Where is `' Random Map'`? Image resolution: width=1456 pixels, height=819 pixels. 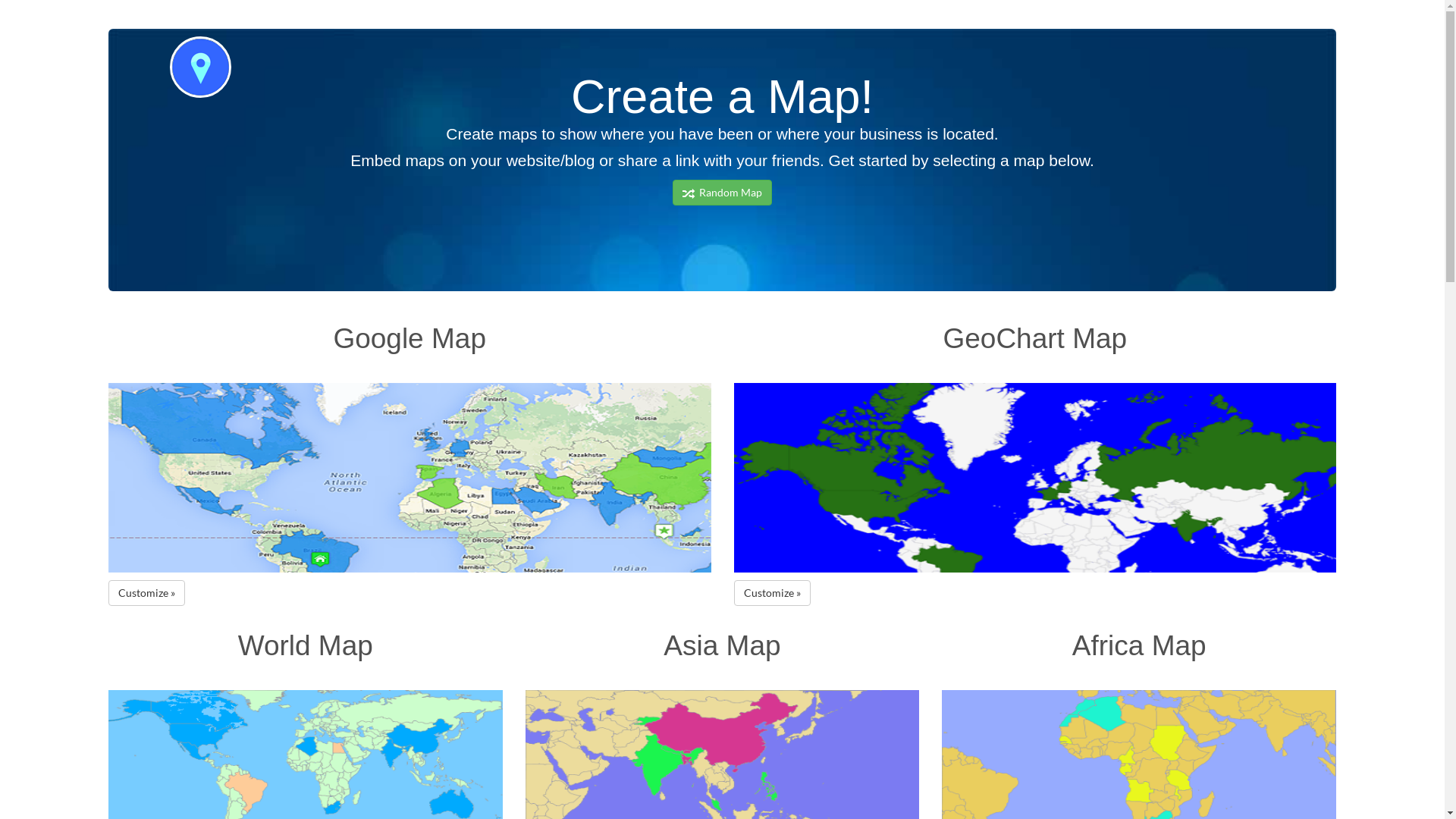
' Random Map' is located at coordinates (672, 192).